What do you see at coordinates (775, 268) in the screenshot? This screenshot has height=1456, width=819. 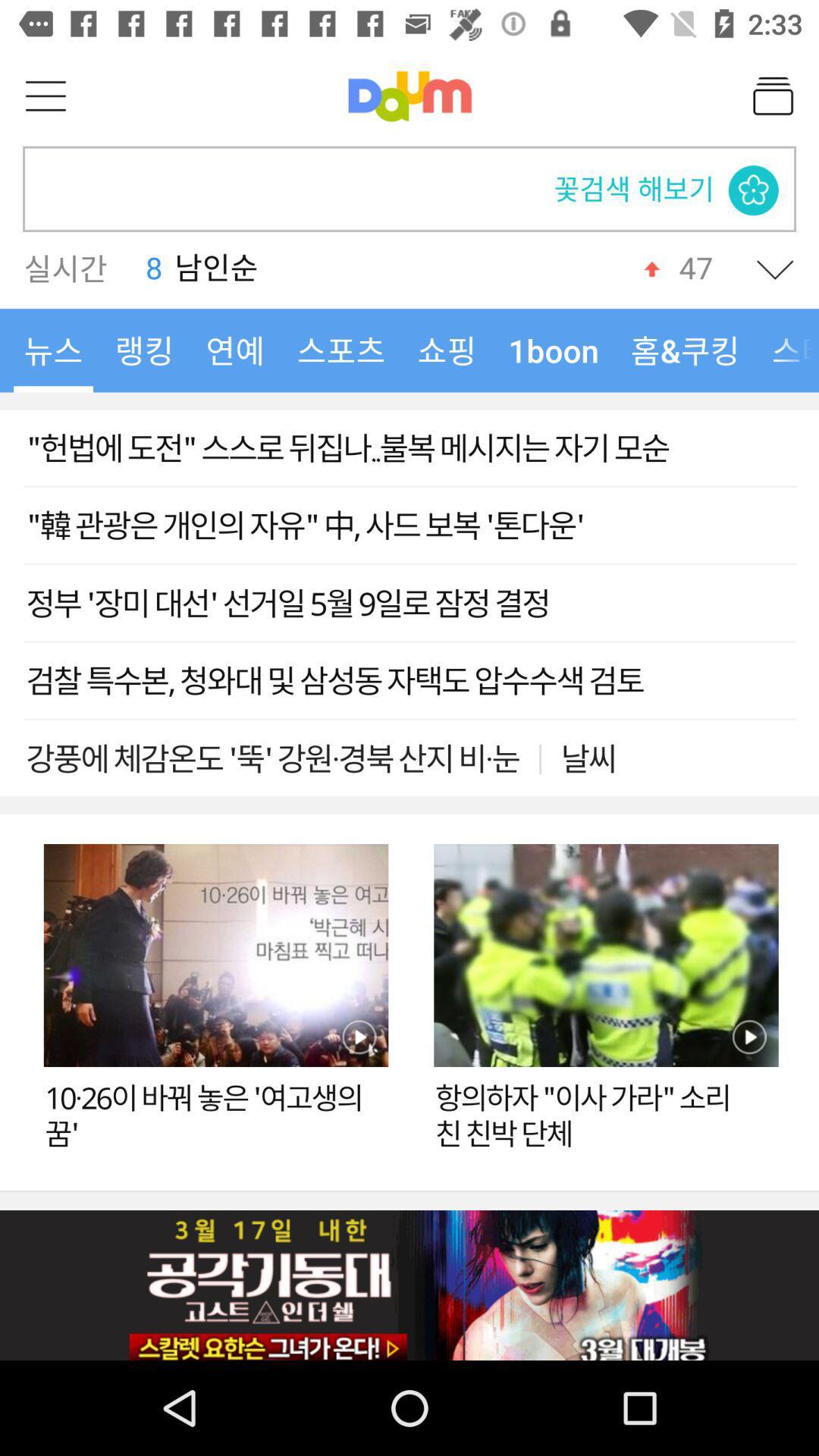 I see `the button which is right to the number 47` at bounding box center [775, 268].